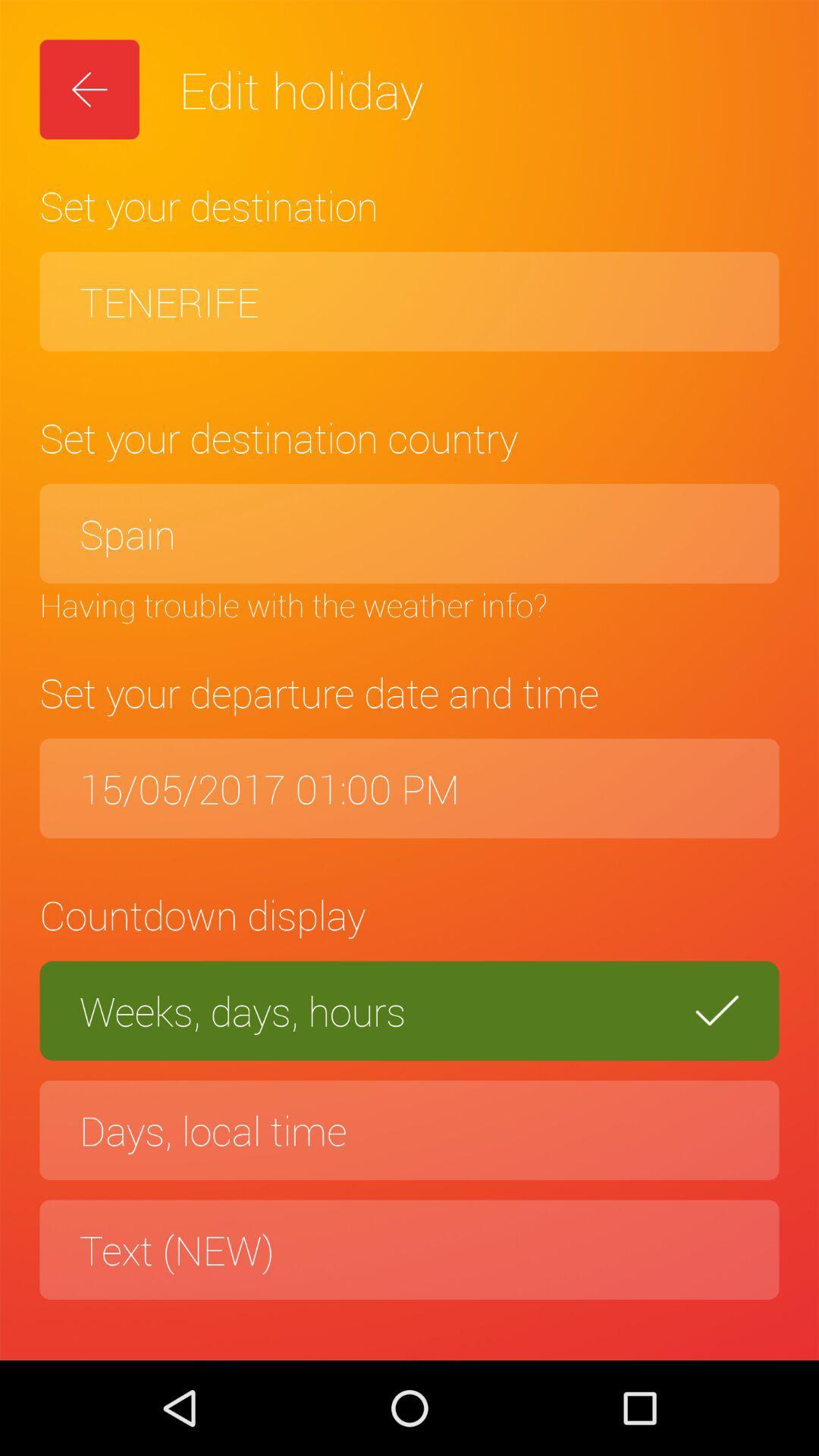 The height and width of the screenshot is (1456, 819). Describe the element at coordinates (409, 301) in the screenshot. I see `tenerife item` at that location.